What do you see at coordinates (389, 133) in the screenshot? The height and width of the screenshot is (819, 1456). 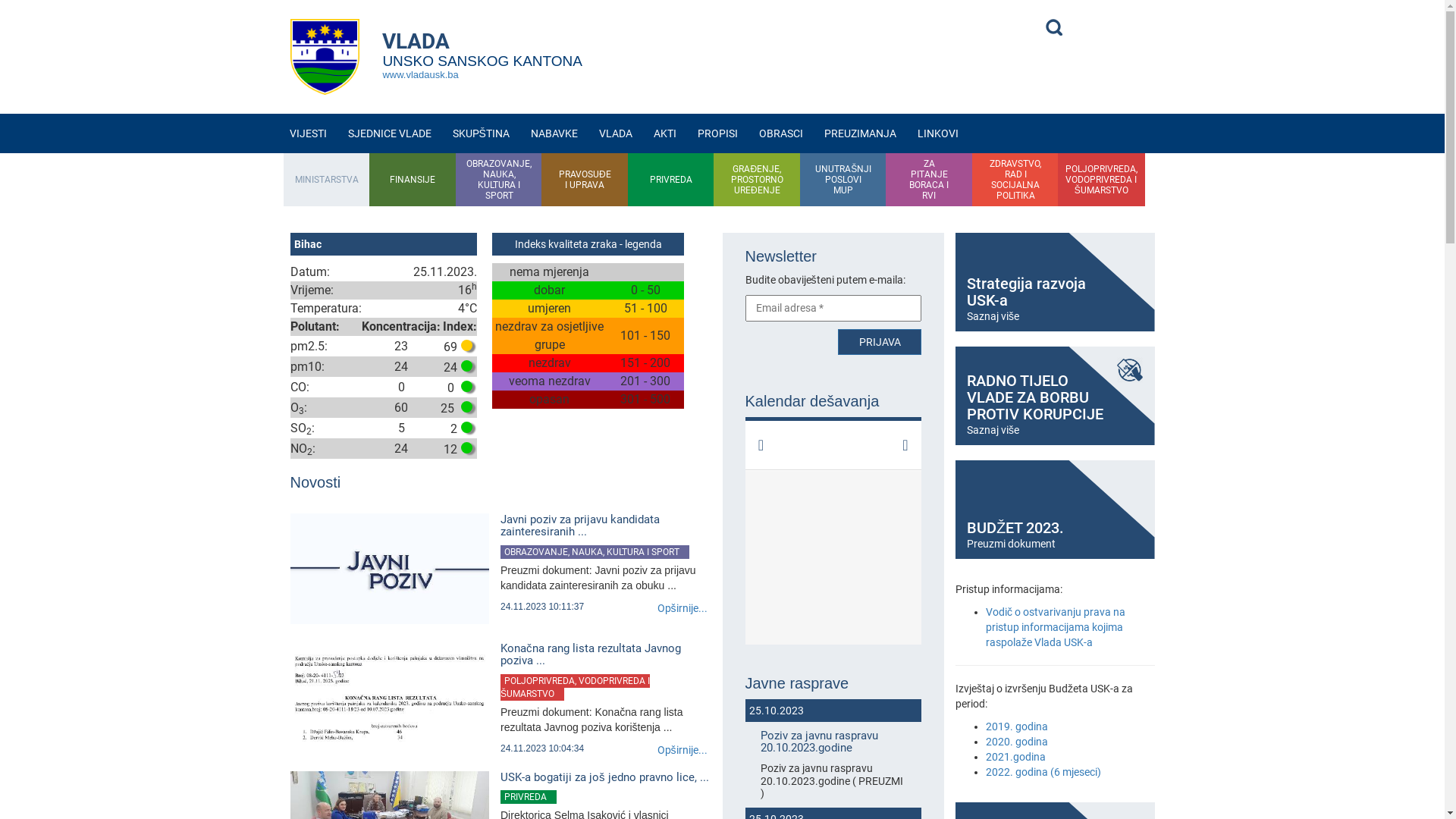 I see `'SJEDNICE VLADE'` at bounding box center [389, 133].